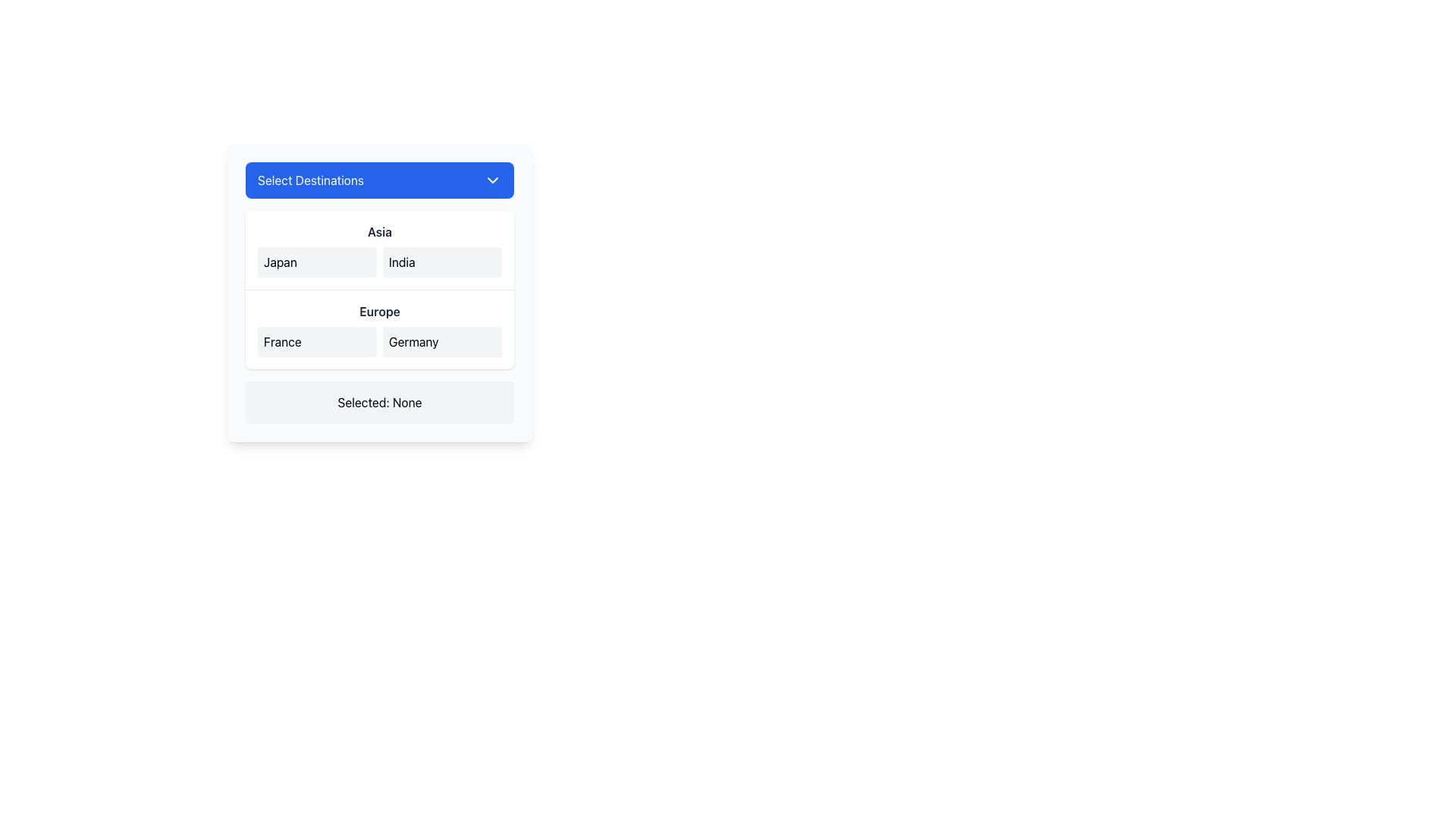  Describe the element at coordinates (441, 262) in the screenshot. I see `the 'India' button located in the 'Asia' section, which is the second button in a row` at that location.